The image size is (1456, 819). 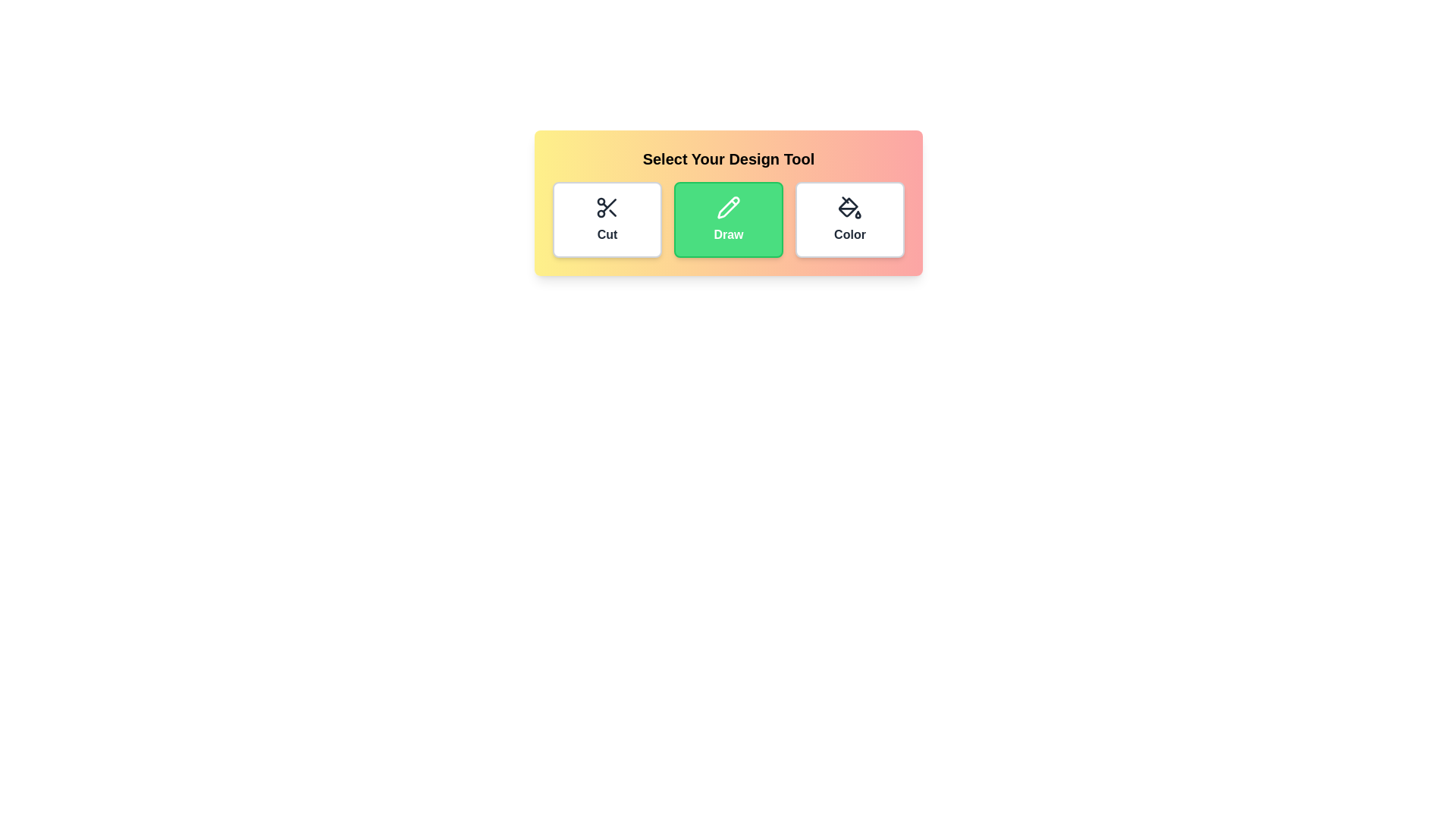 I want to click on the icon of the tool labeled Cut to toggle its selection state, so click(x=607, y=219).